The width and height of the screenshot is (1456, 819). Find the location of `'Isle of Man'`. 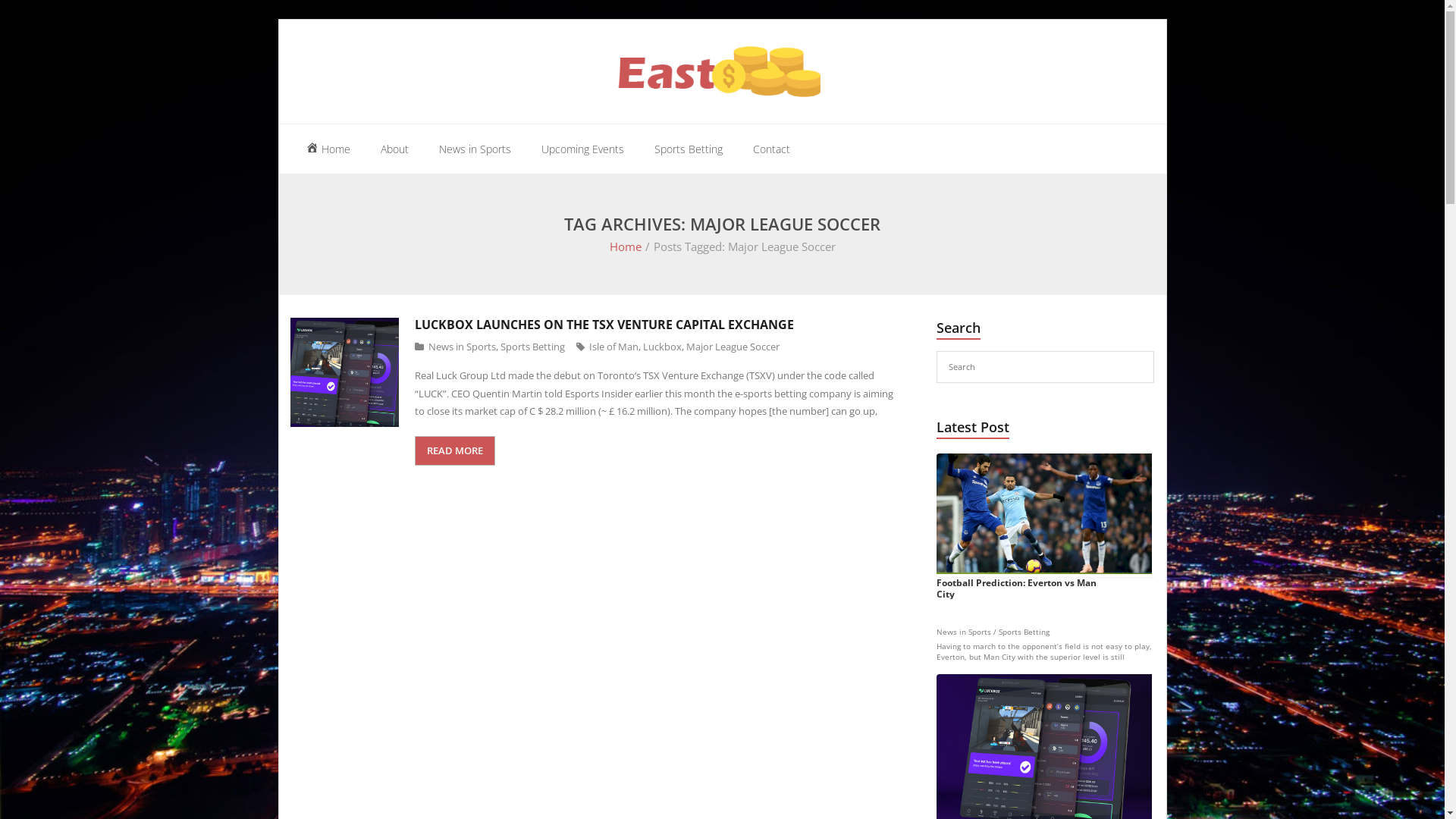

'Isle of Man' is located at coordinates (613, 346).